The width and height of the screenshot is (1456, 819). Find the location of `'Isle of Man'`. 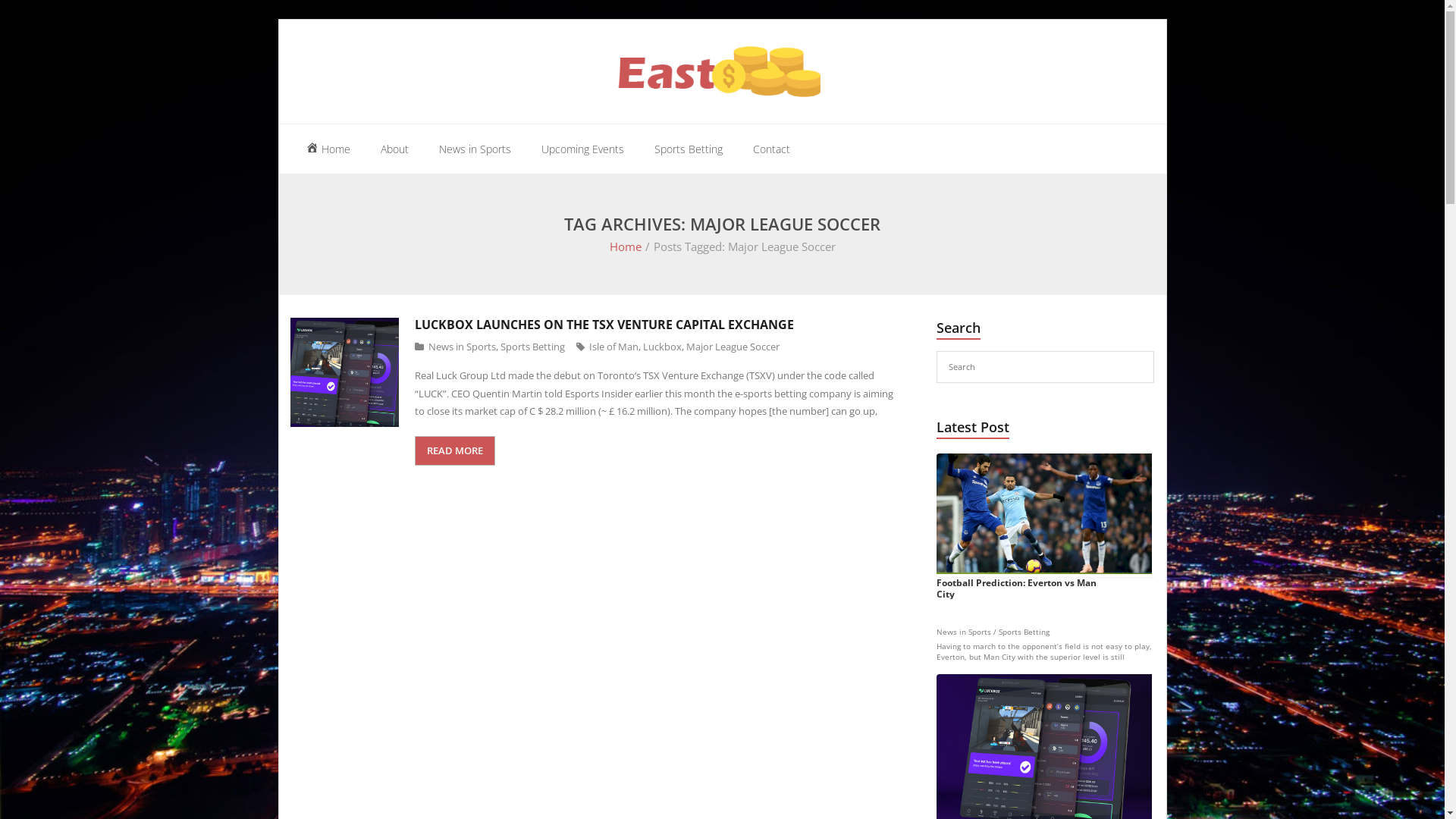

'Isle of Man' is located at coordinates (613, 346).